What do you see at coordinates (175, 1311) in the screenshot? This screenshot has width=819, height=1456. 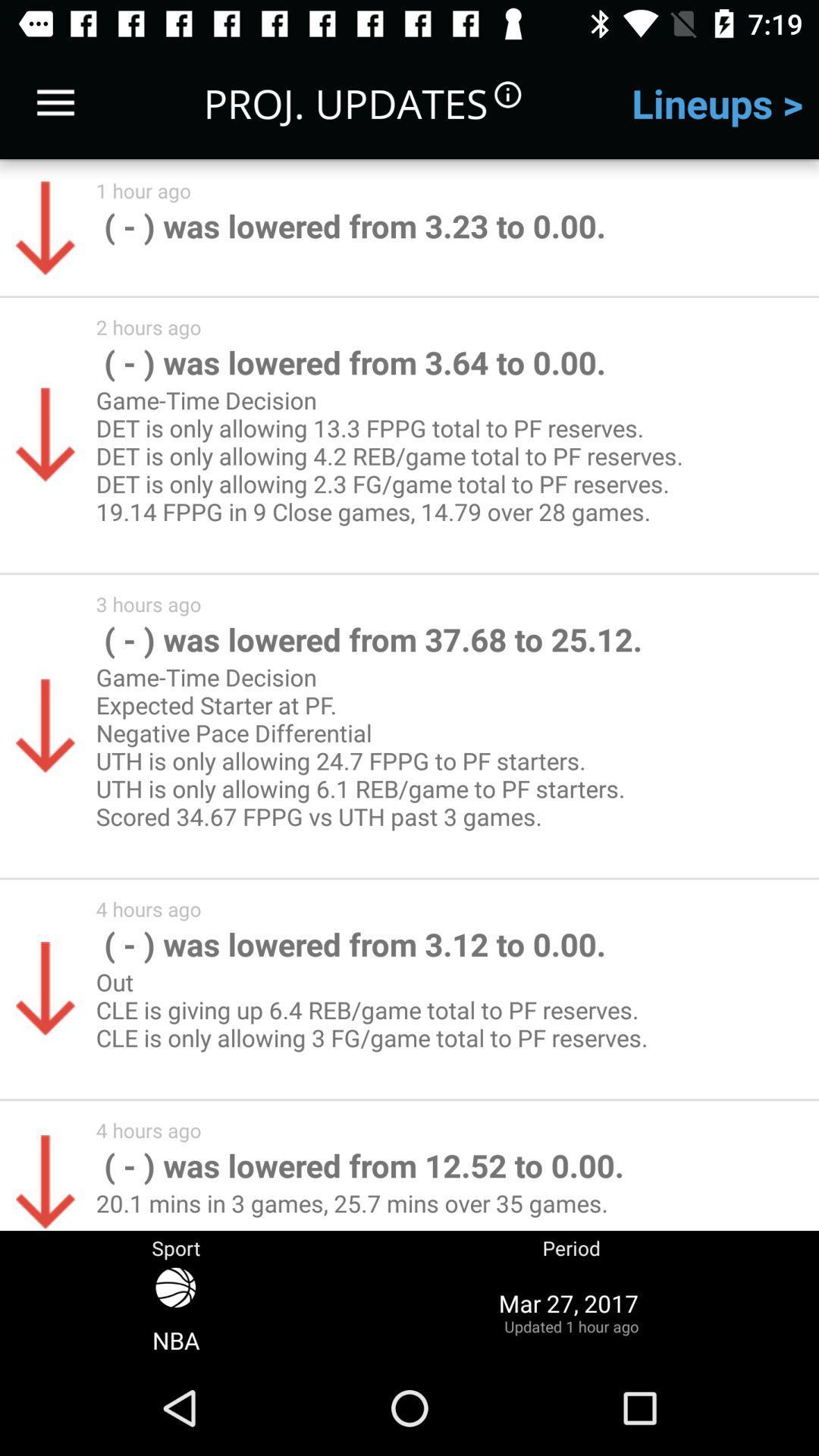 I see `the nba` at bounding box center [175, 1311].